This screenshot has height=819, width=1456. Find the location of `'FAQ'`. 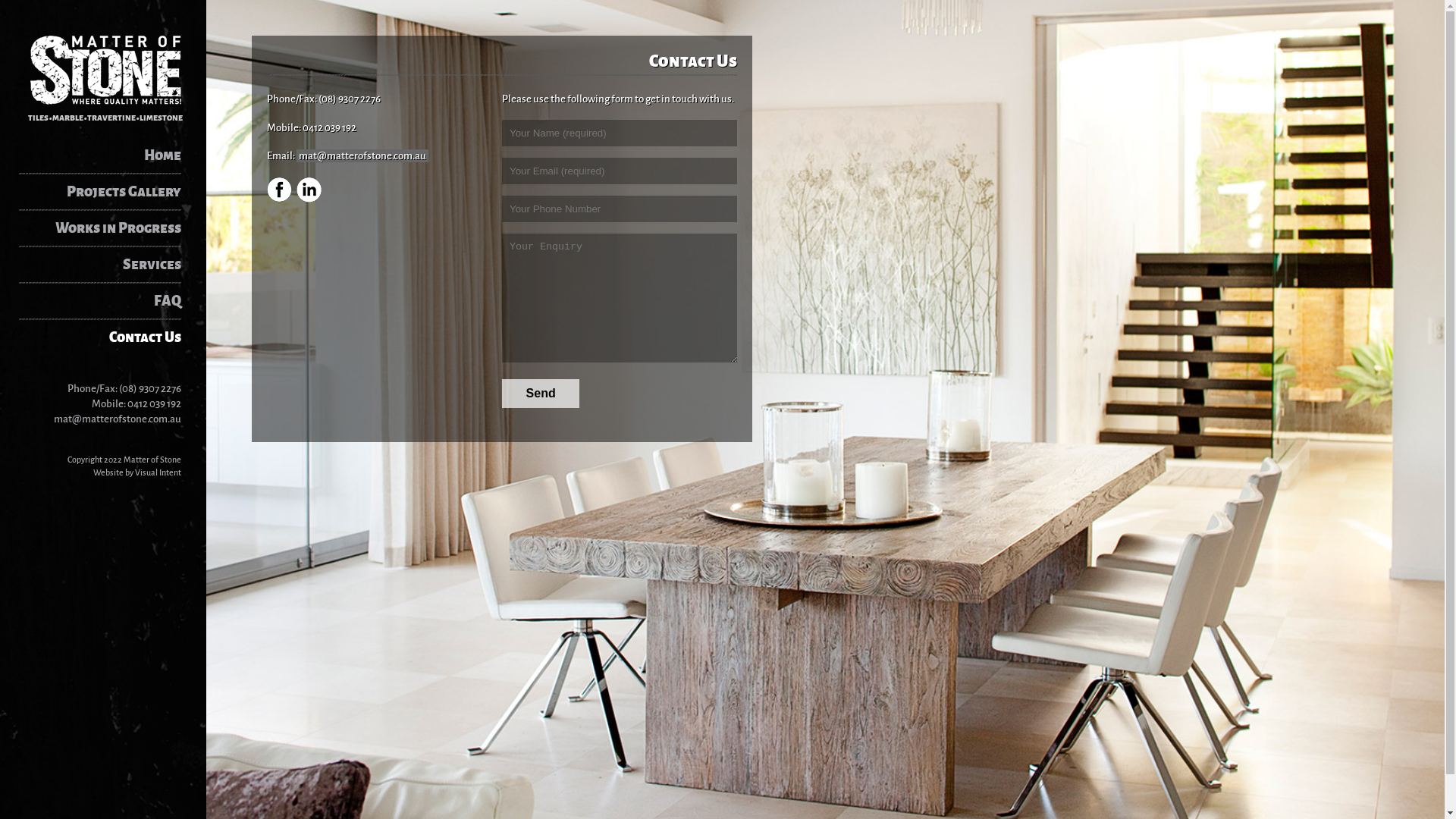

'FAQ' is located at coordinates (108, 301).